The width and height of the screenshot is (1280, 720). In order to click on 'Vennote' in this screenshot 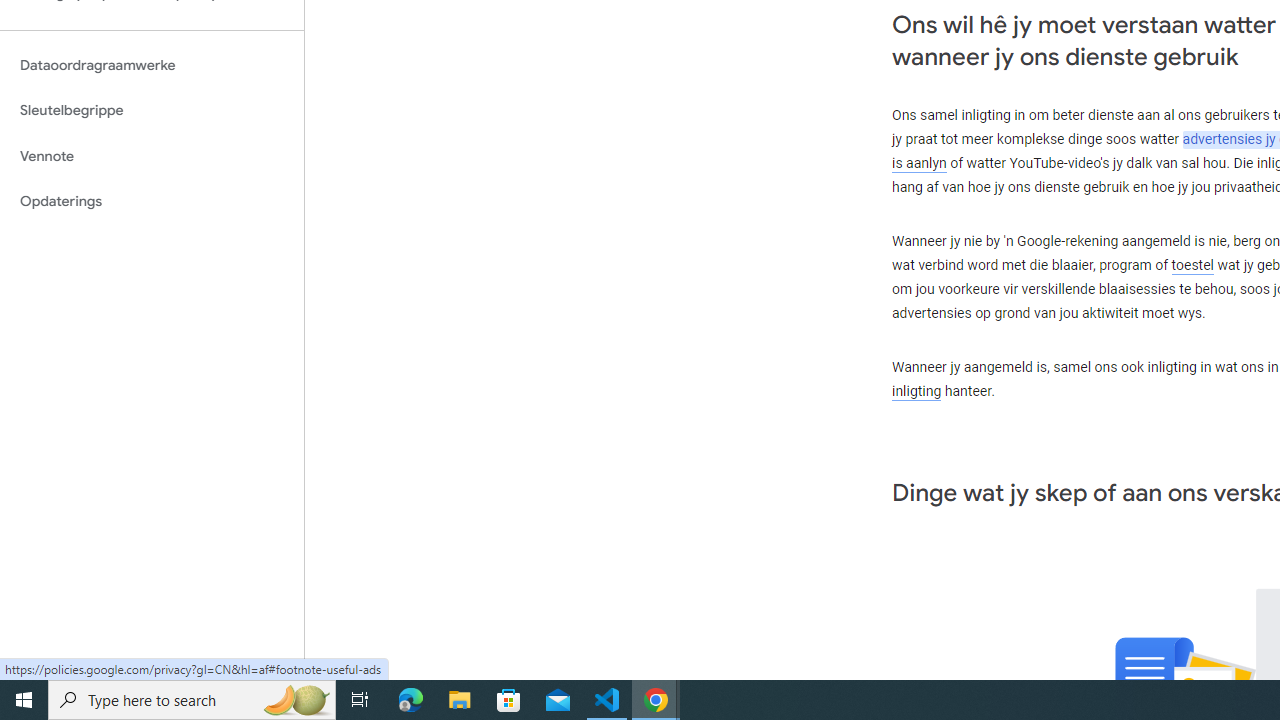, I will do `click(151, 155)`.